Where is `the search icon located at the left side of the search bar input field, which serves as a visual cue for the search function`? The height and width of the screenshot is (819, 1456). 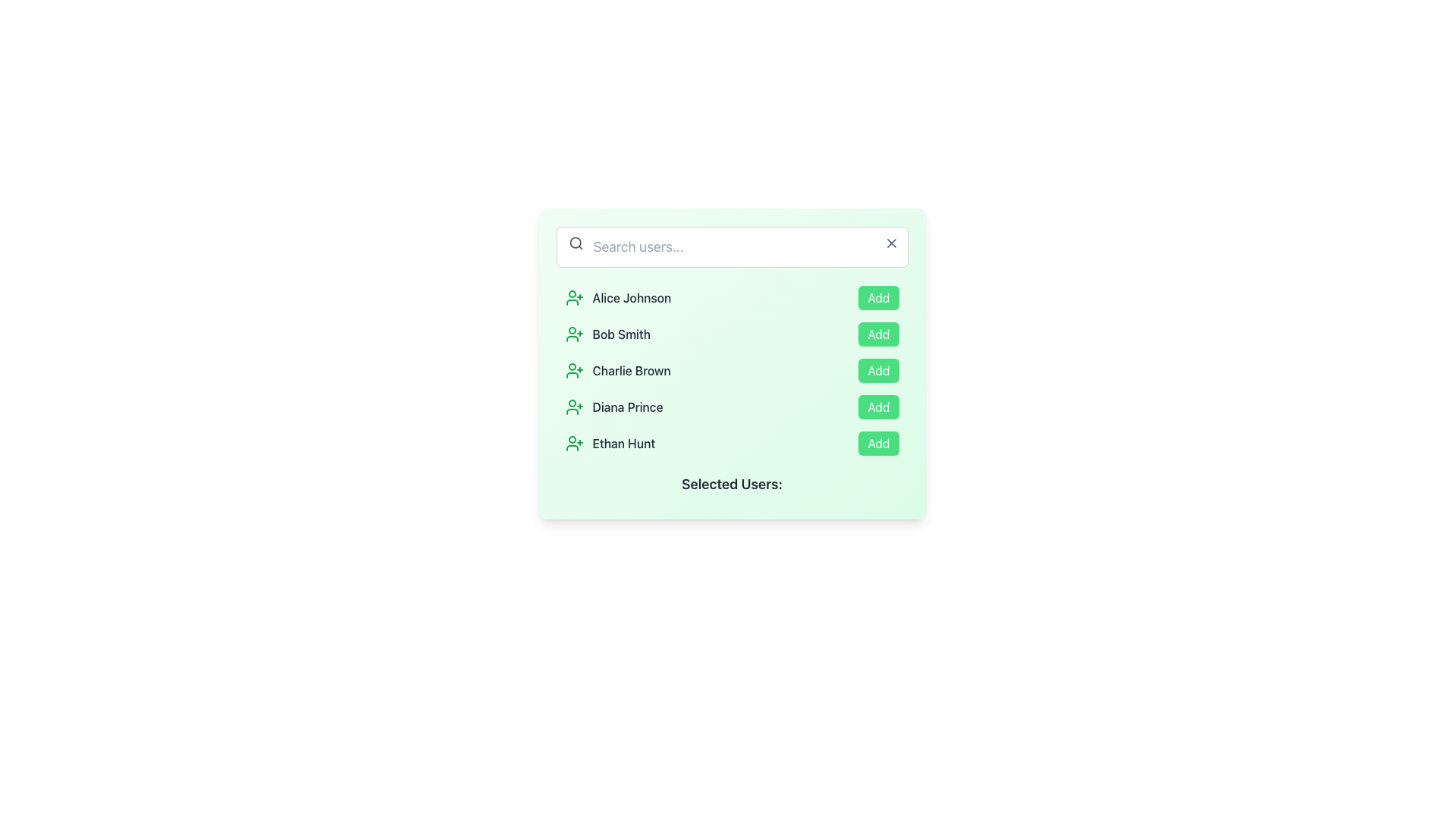 the search icon located at the left side of the search bar input field, which serves as a visual cue for the search function is located at coordinates (575, 242).